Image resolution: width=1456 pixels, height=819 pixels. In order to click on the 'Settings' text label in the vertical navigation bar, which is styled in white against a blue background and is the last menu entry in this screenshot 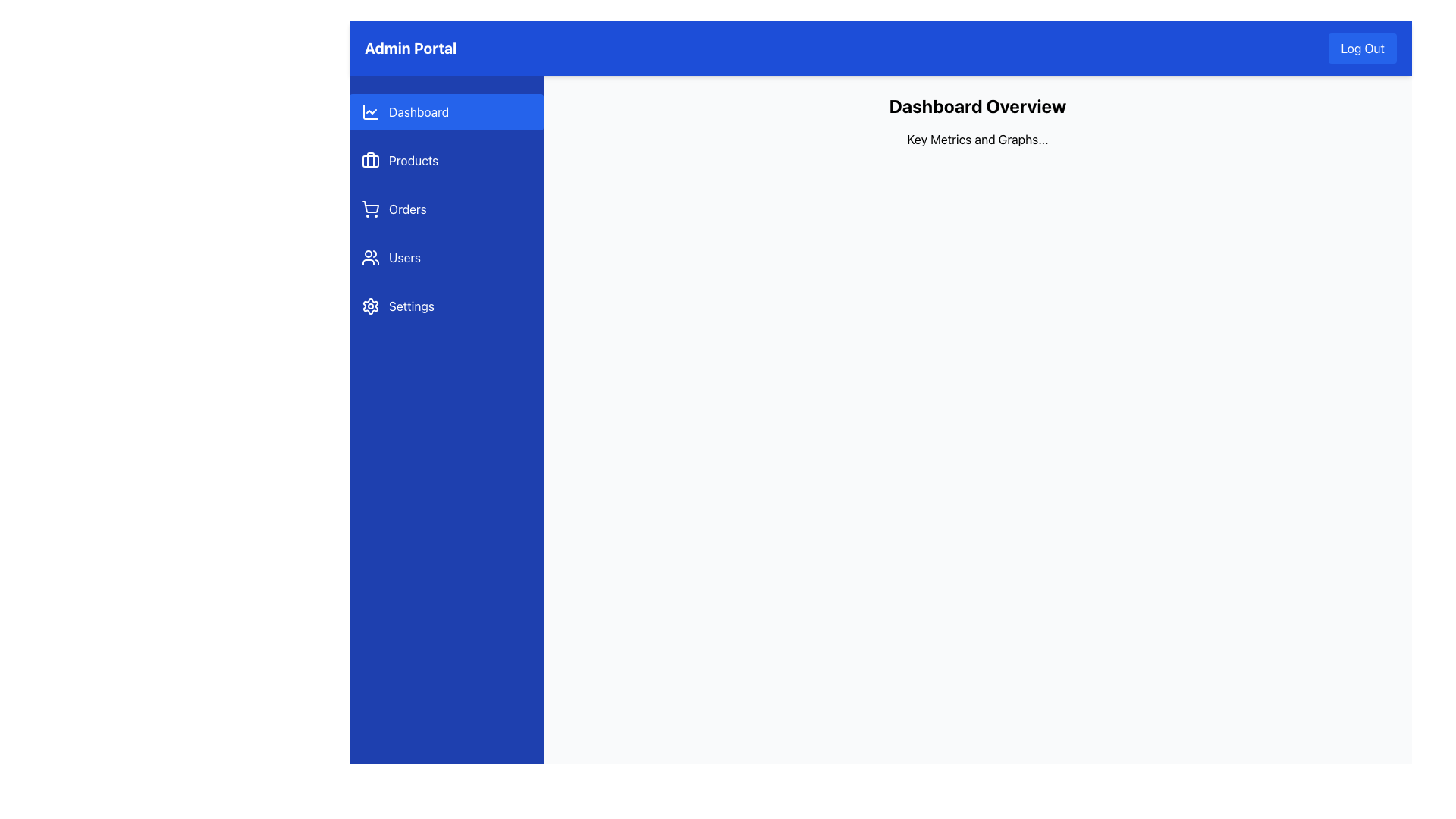, I will do `click(411, 306)`.